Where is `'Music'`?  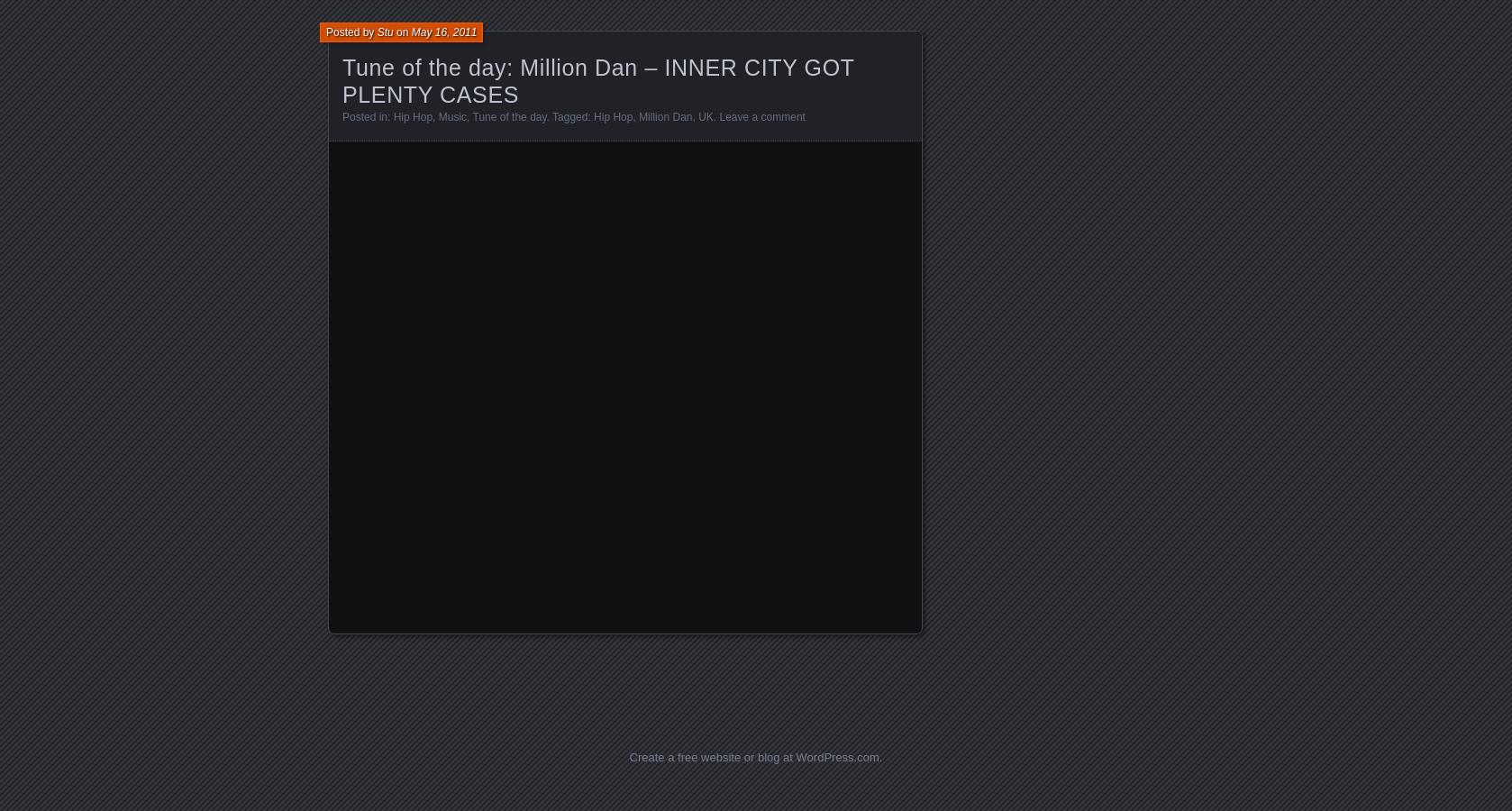
'Music' is located at coordinates (451, 116).